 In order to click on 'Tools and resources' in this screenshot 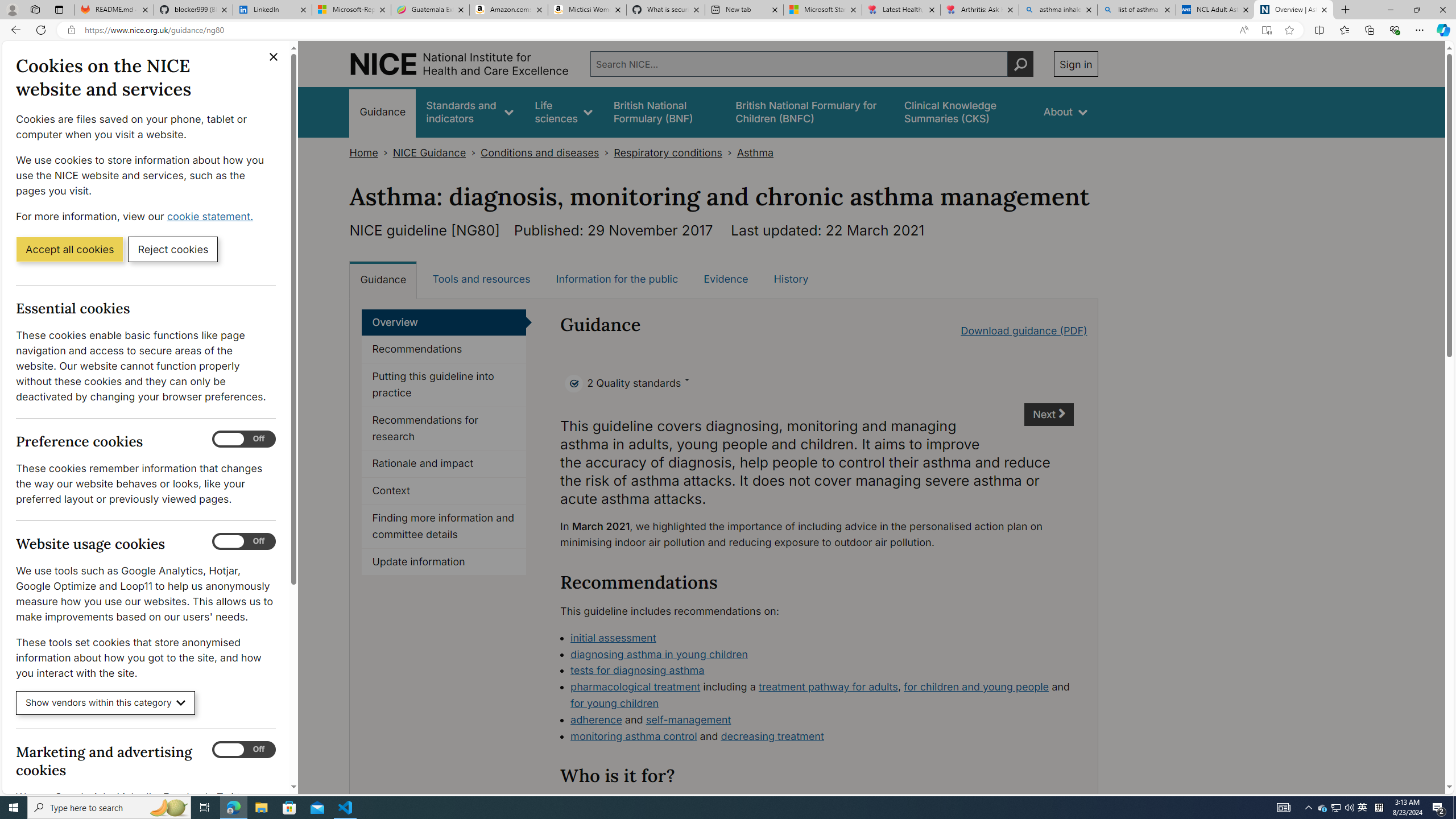, I will do `click(481, 279)`.